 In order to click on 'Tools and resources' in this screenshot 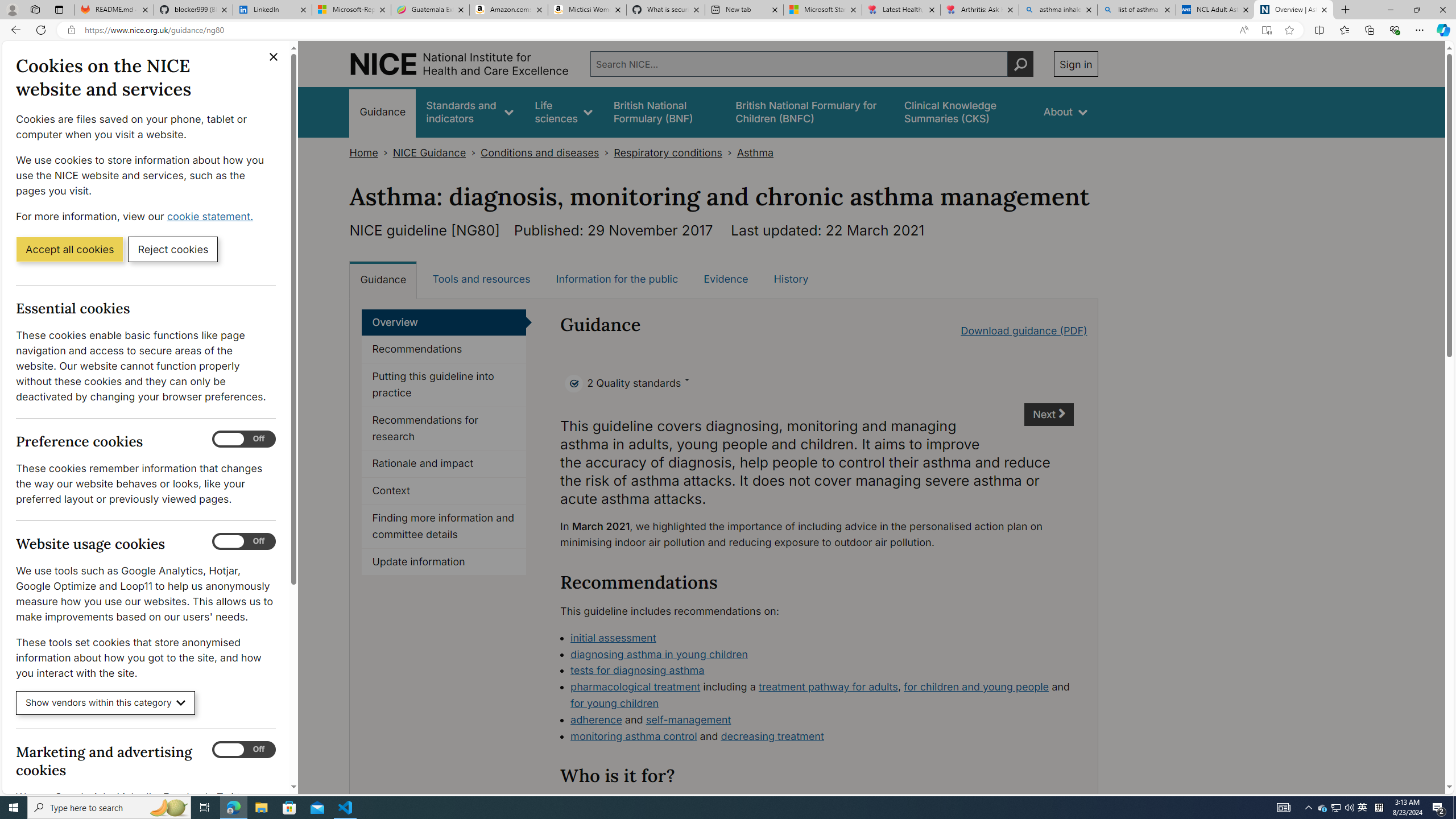, I will do `click(481, 279)`.